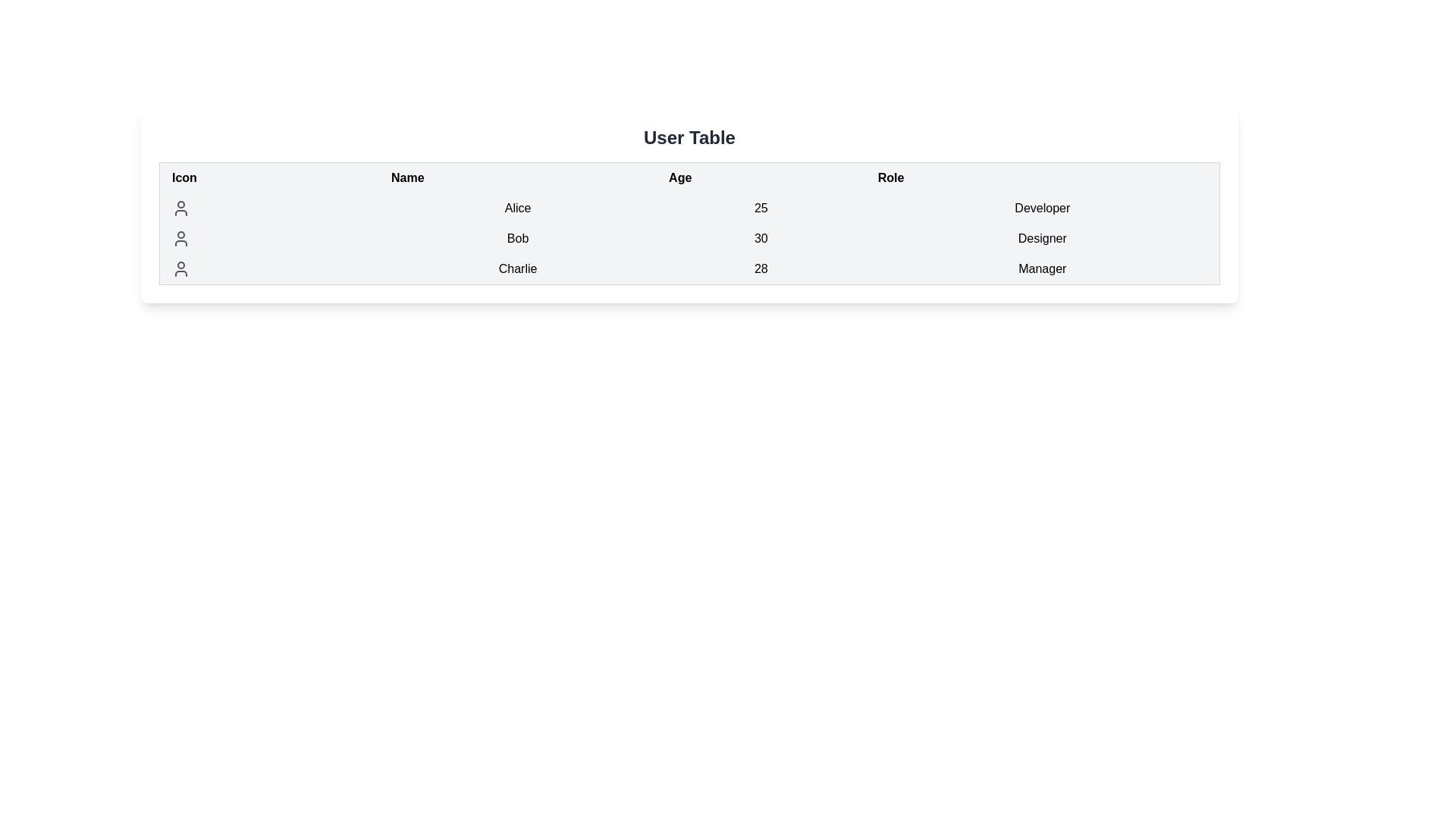  I want to click on the static text element displaying the age of 'Charlie' in the user information table, located in the third column of the third row, so click(761, 268).